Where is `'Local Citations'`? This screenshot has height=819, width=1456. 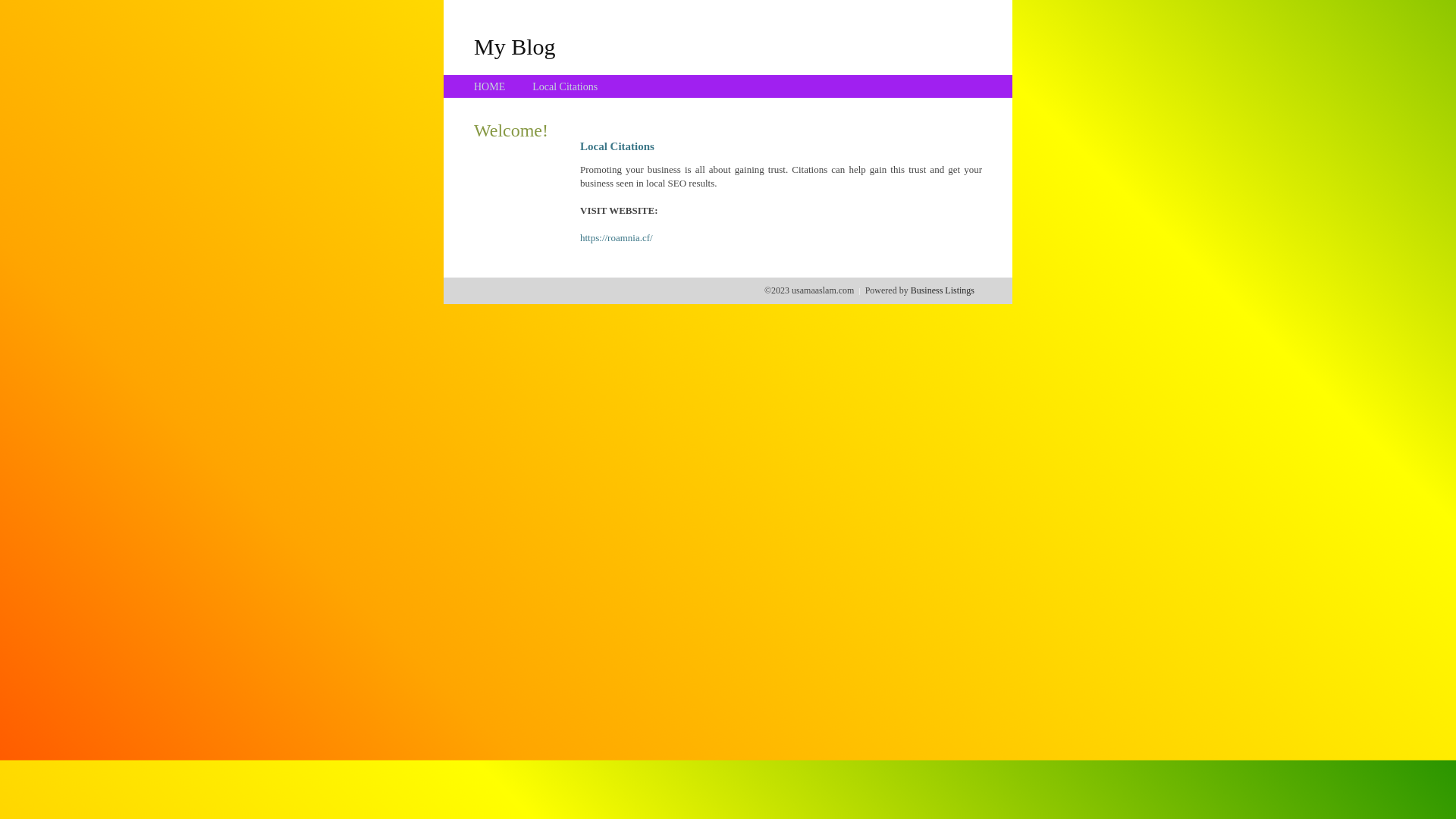
'Local Citations' is located at coordinates (563, 86).